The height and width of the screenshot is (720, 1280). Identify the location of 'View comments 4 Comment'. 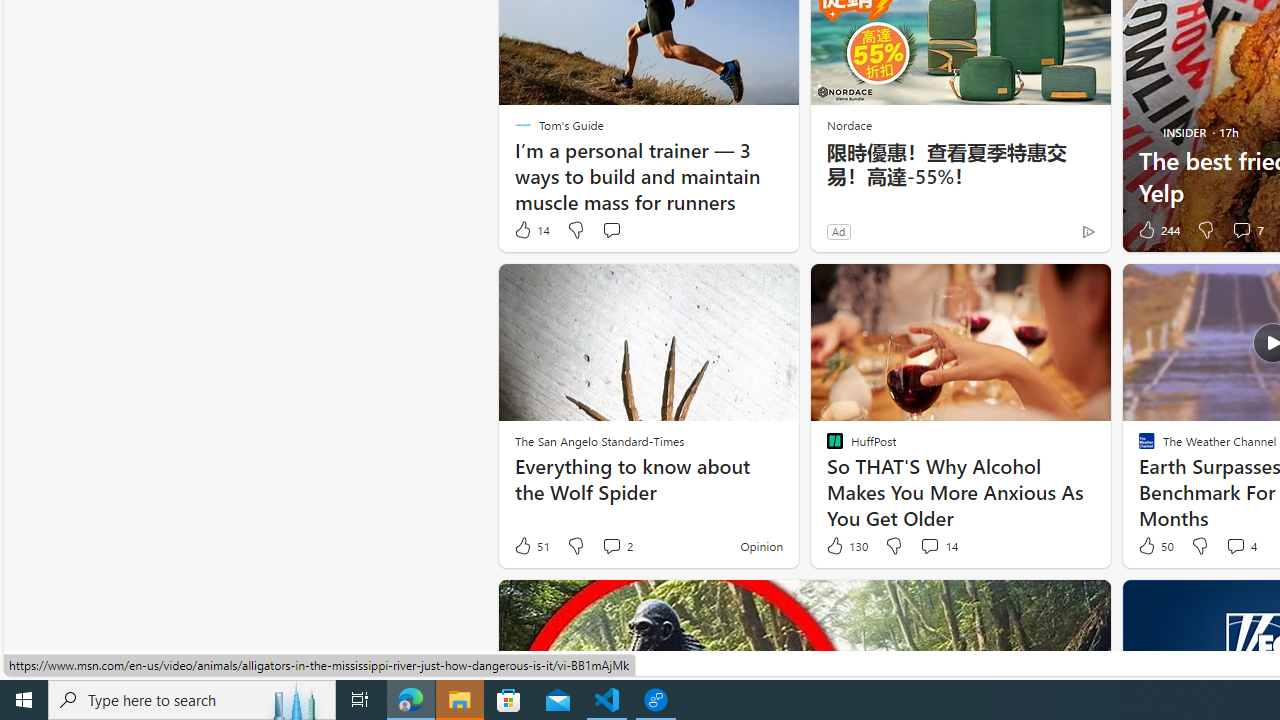
(1239, 546).